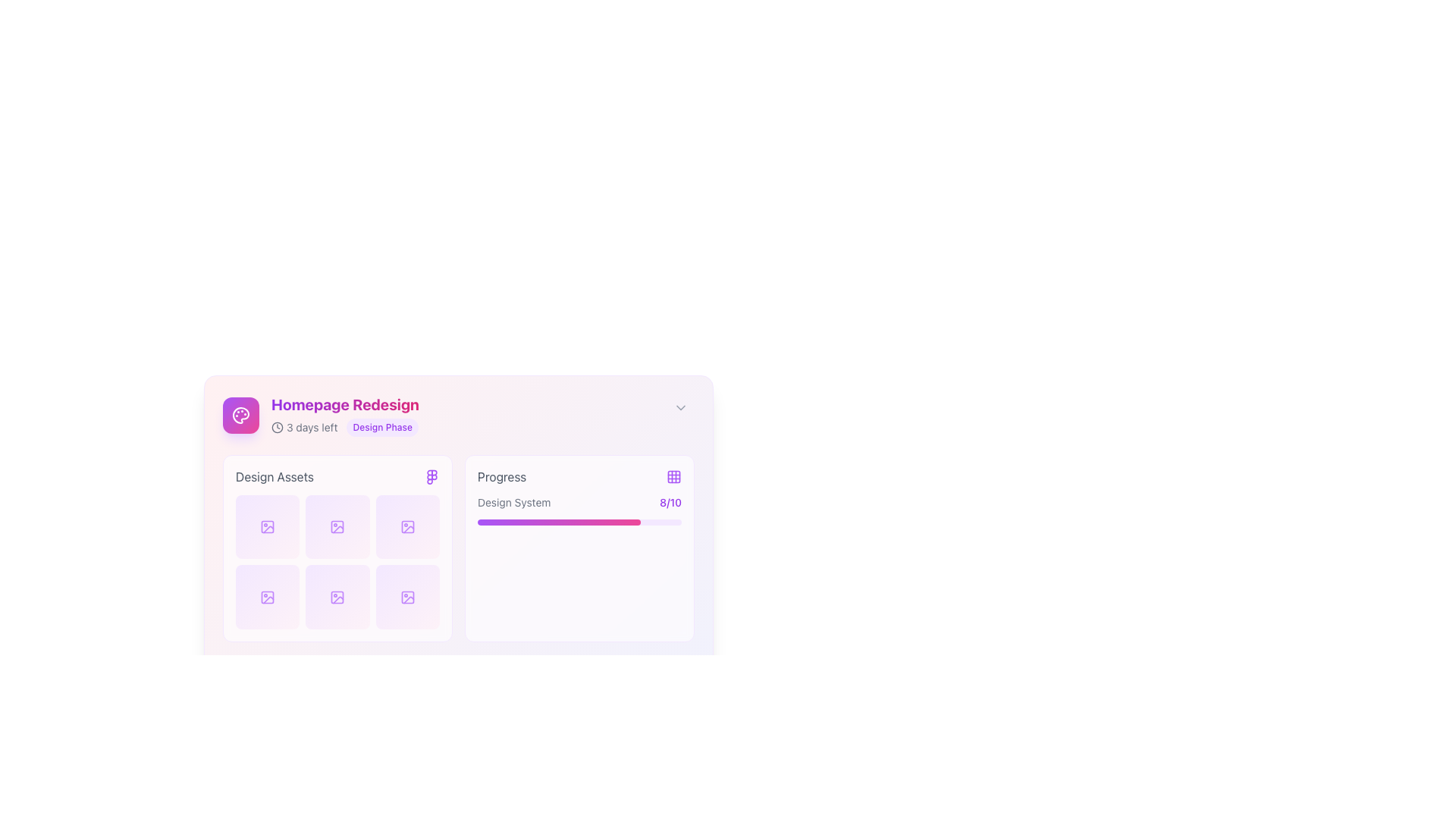 This screenshot has width=1456, height=819. What do you see at coordinates (407, 526) in the screenshot?
I see `the SVG rectangle with rounded corners located in the bottom-right corner of the fourth cell in the 'Design Assets' section` at bounding box center [407, 526].